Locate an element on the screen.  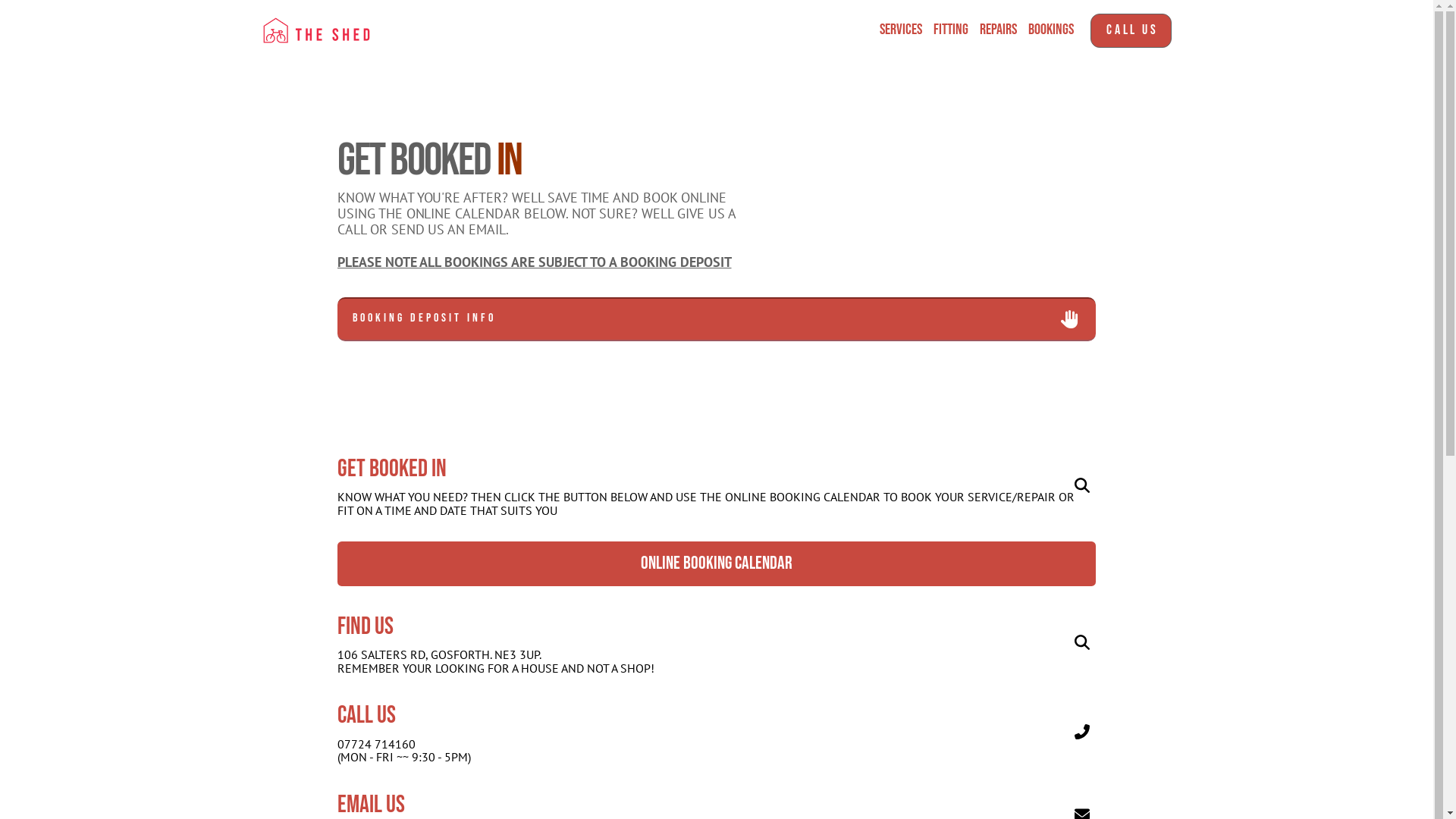
'BOOKINGS' is located at coordinates (1022, 30).